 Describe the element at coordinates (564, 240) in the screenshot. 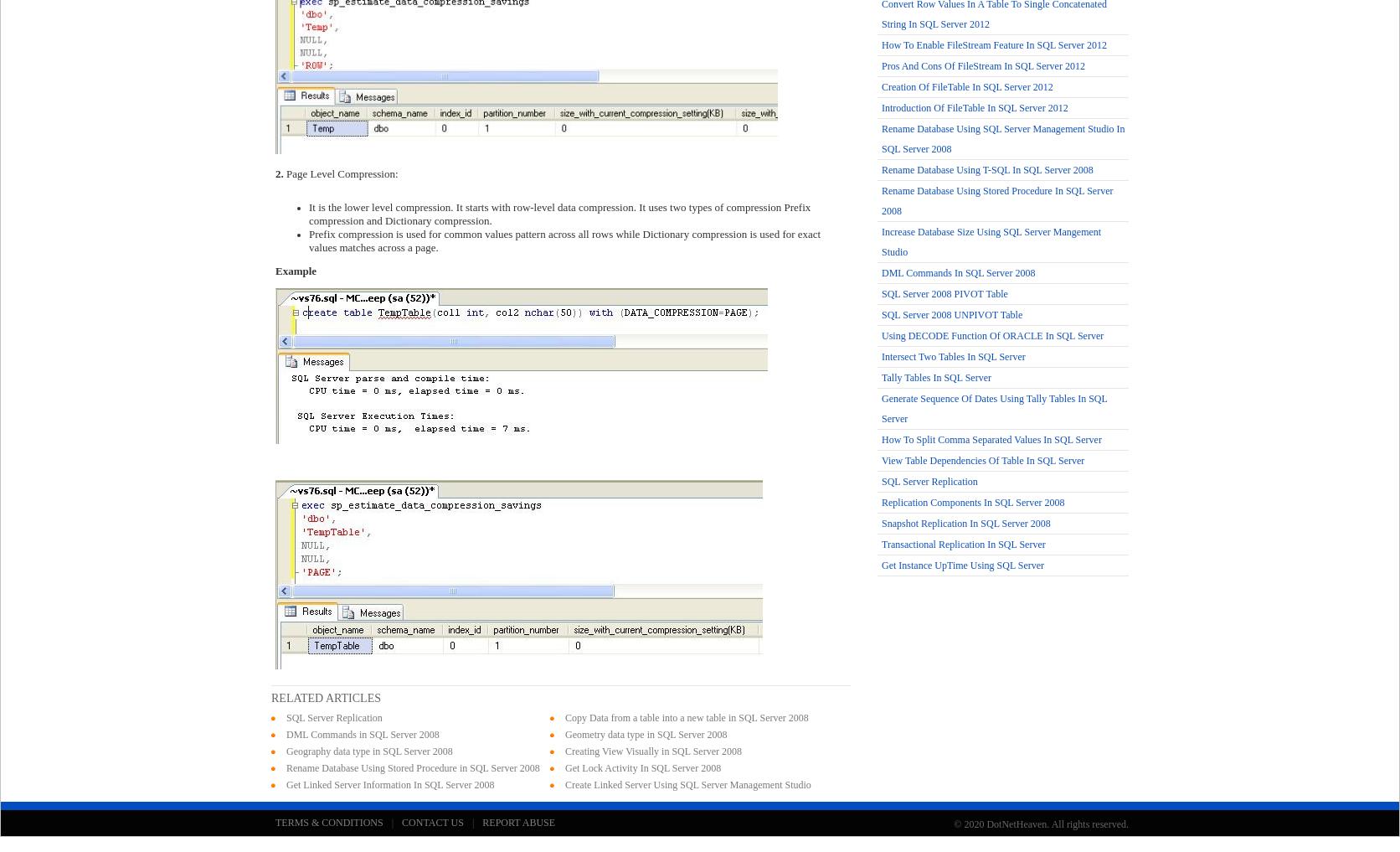

I see `'Prefix compression is used for common values pattern across all rows while Dictionary compression is used for exact values matches across a page.'` at that location.